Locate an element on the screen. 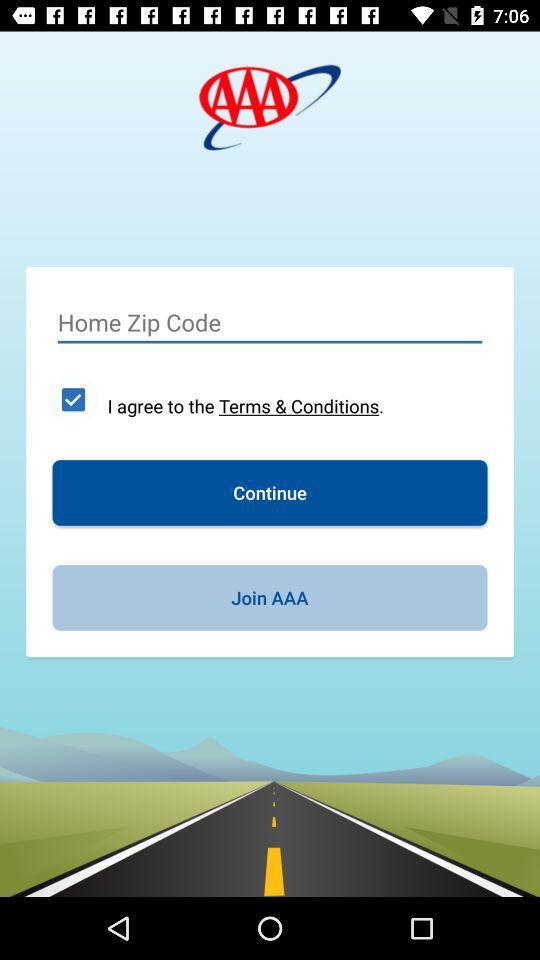 Image resolution: width=540 pixels, height=960 pixels. the item above continue is located at coordinates (245, 405).